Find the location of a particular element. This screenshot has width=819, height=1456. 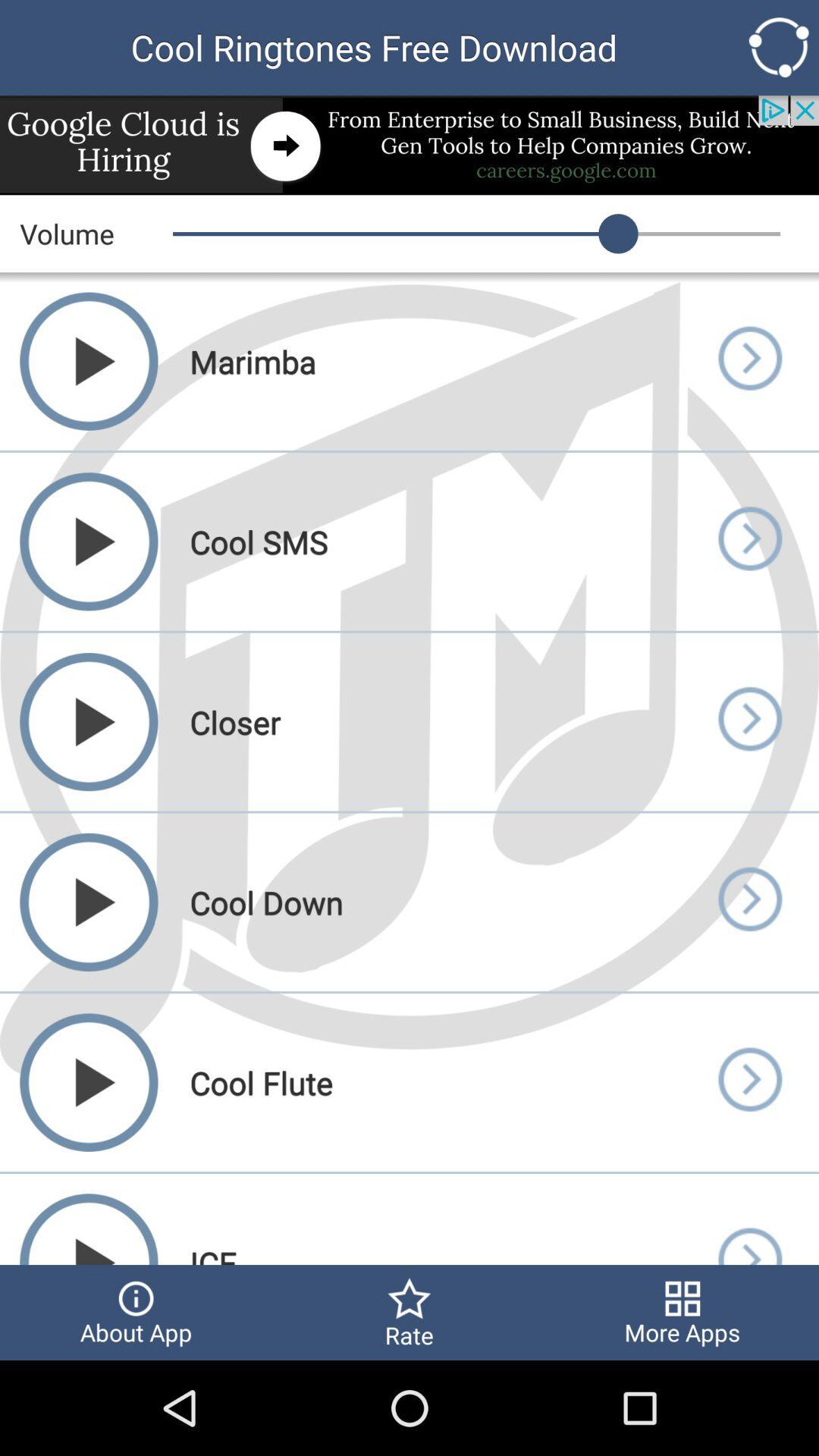

open menu is located at coordinates (748, 902).